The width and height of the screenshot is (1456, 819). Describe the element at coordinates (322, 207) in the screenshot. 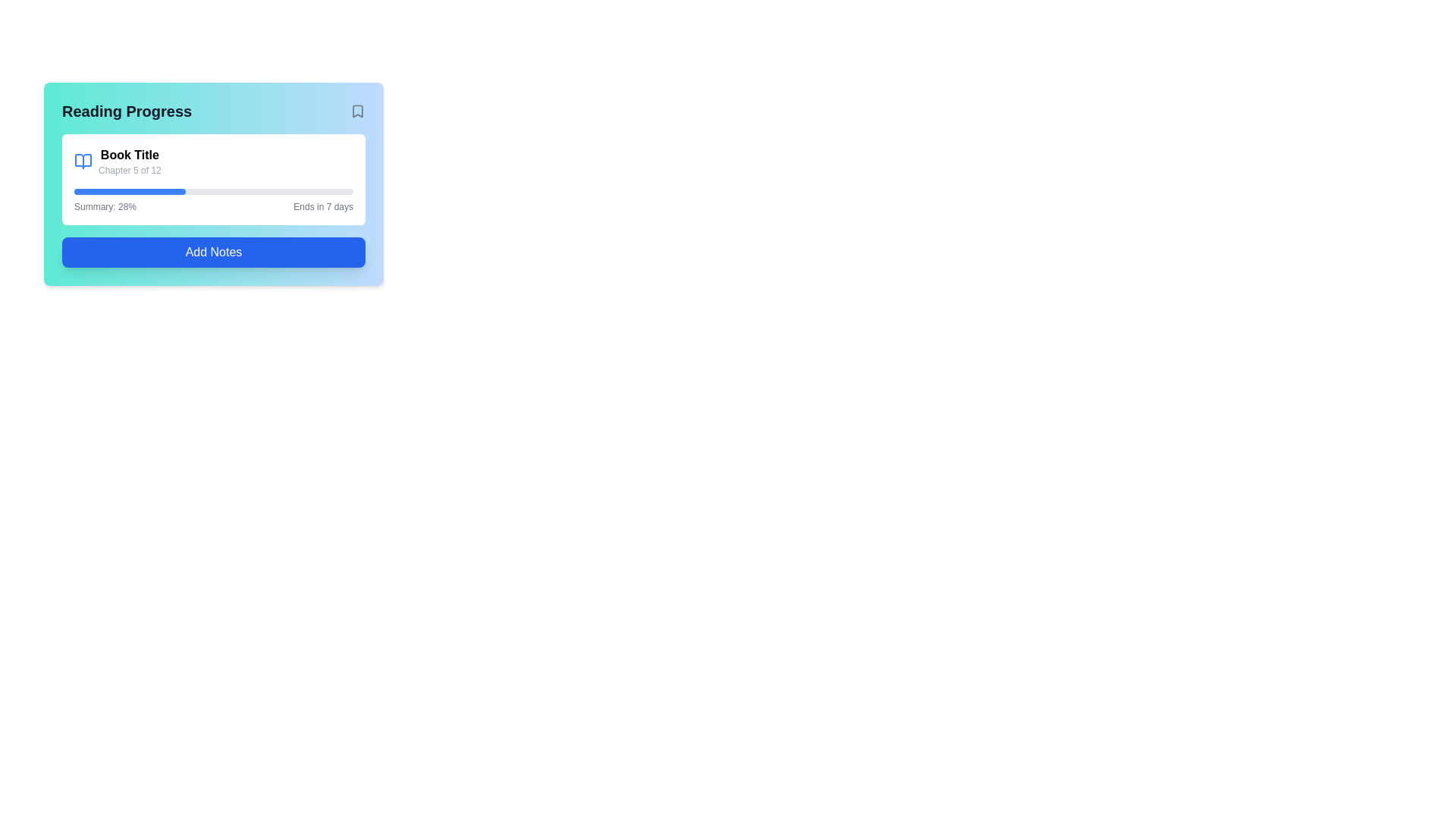

I see `the text element that informs the user about a deadline or remaining time, which is aligned with the text 'Summary: 28%' on its left` at that location.